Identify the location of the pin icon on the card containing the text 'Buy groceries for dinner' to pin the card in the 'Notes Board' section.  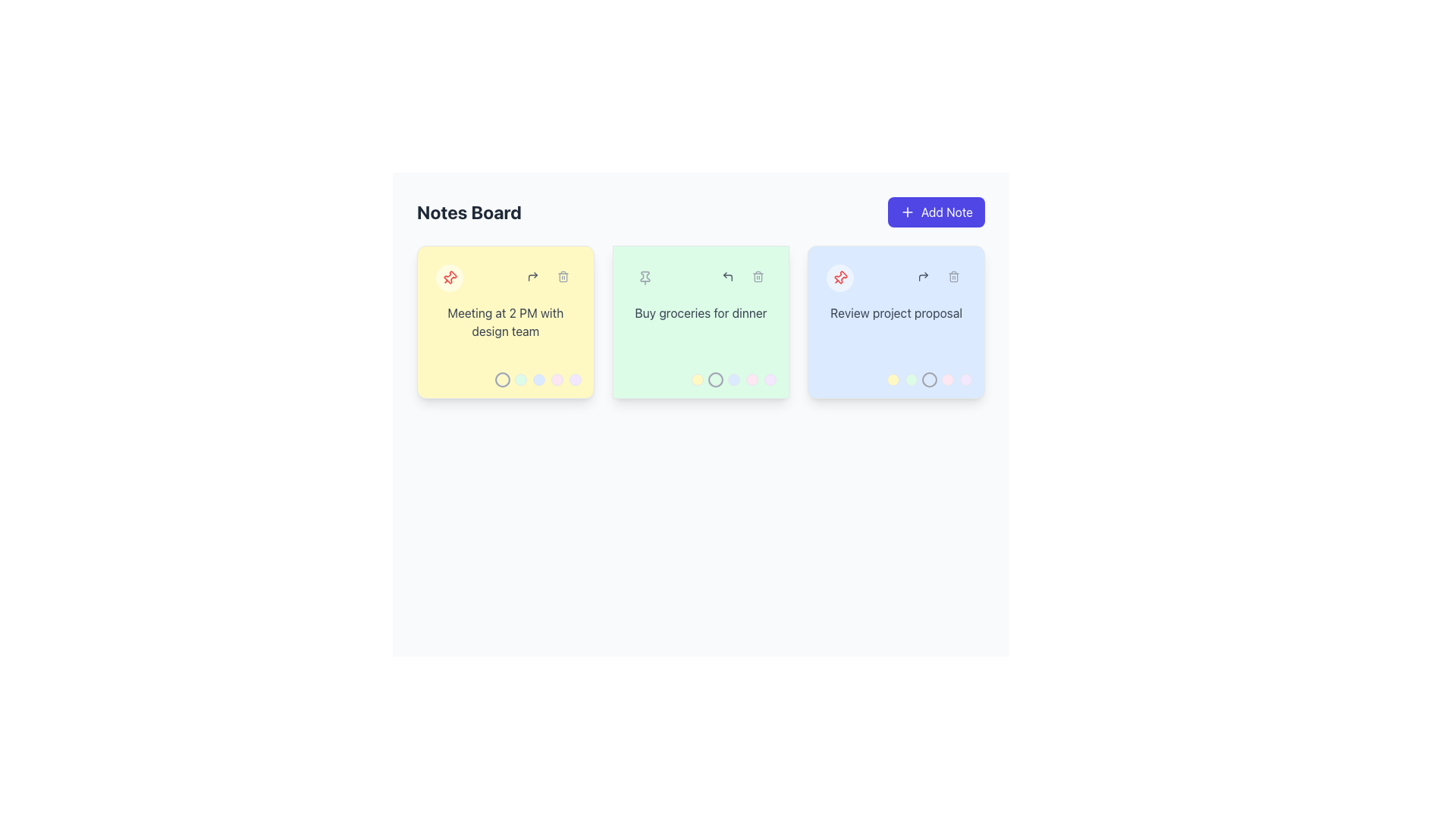
(700, 321).